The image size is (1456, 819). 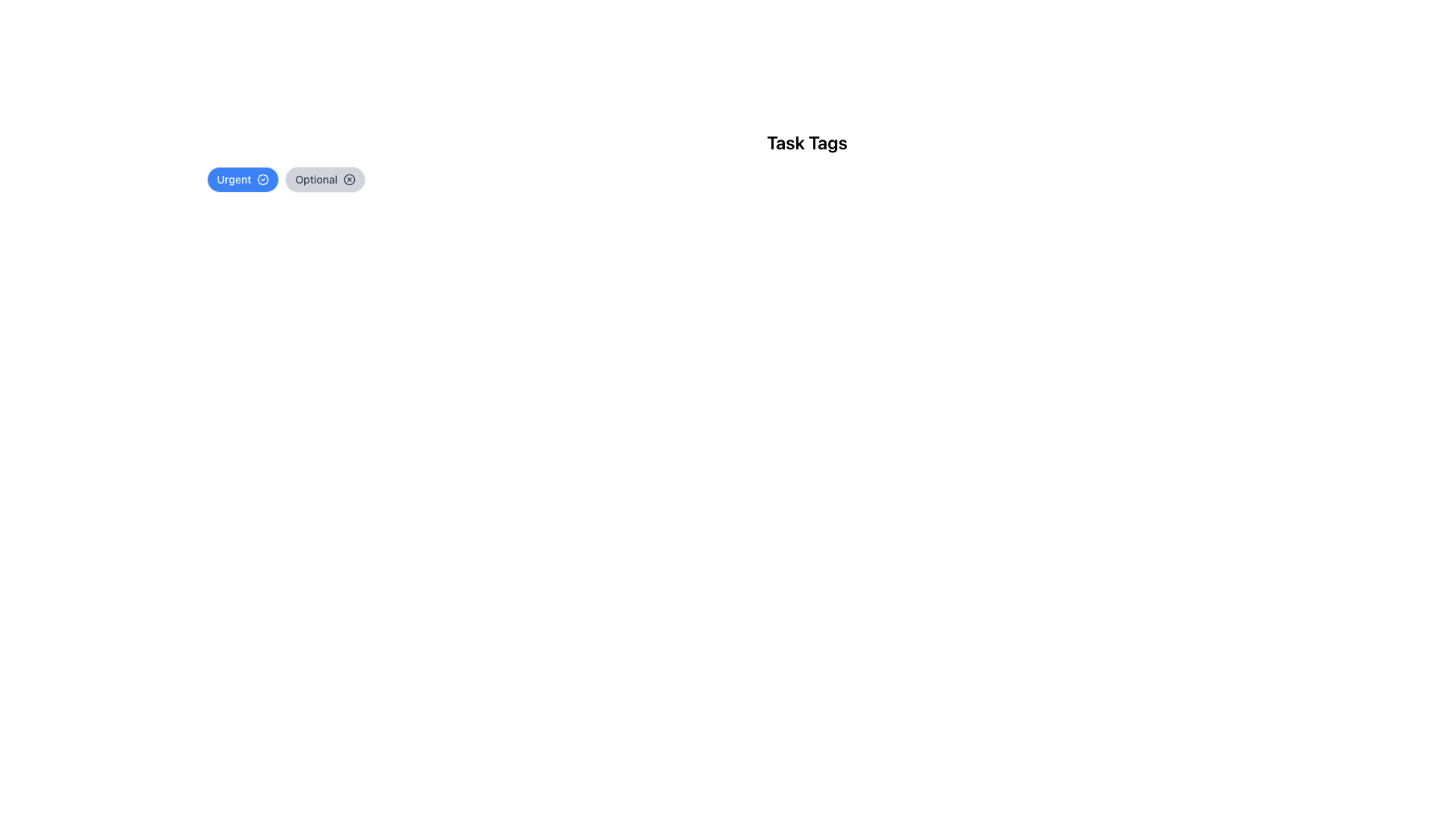 I want to click on the small badge icon with a checkmark inside, located to the right edge of the 'Urgent' label, so click(x=262, y=178).